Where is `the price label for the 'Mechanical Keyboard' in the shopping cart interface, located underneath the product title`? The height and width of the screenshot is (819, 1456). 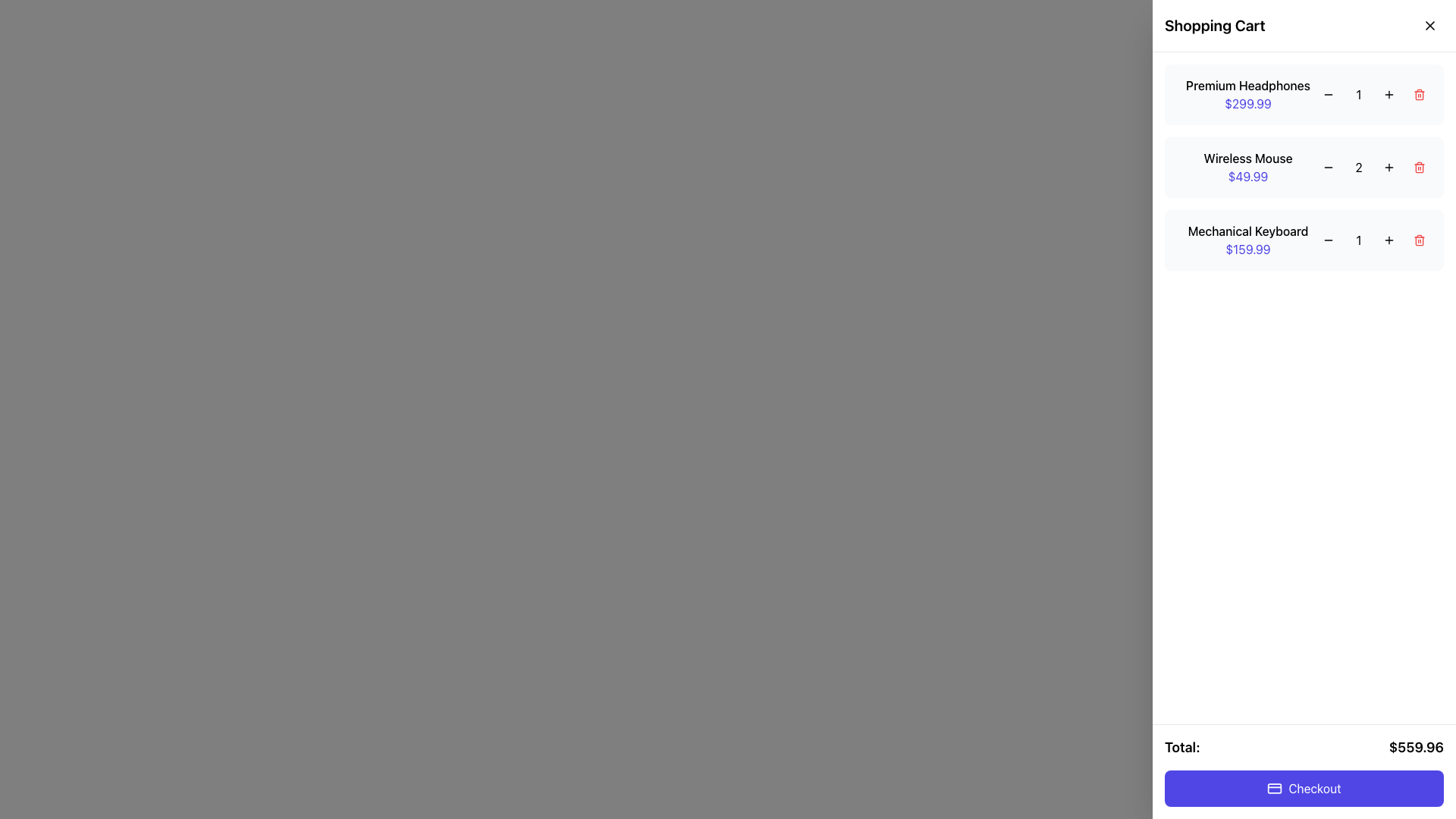 the price label for the 'Mechanical Keyboard' in the shopping cart interface, located underneath the product title is located at coordinates (1248, 248).